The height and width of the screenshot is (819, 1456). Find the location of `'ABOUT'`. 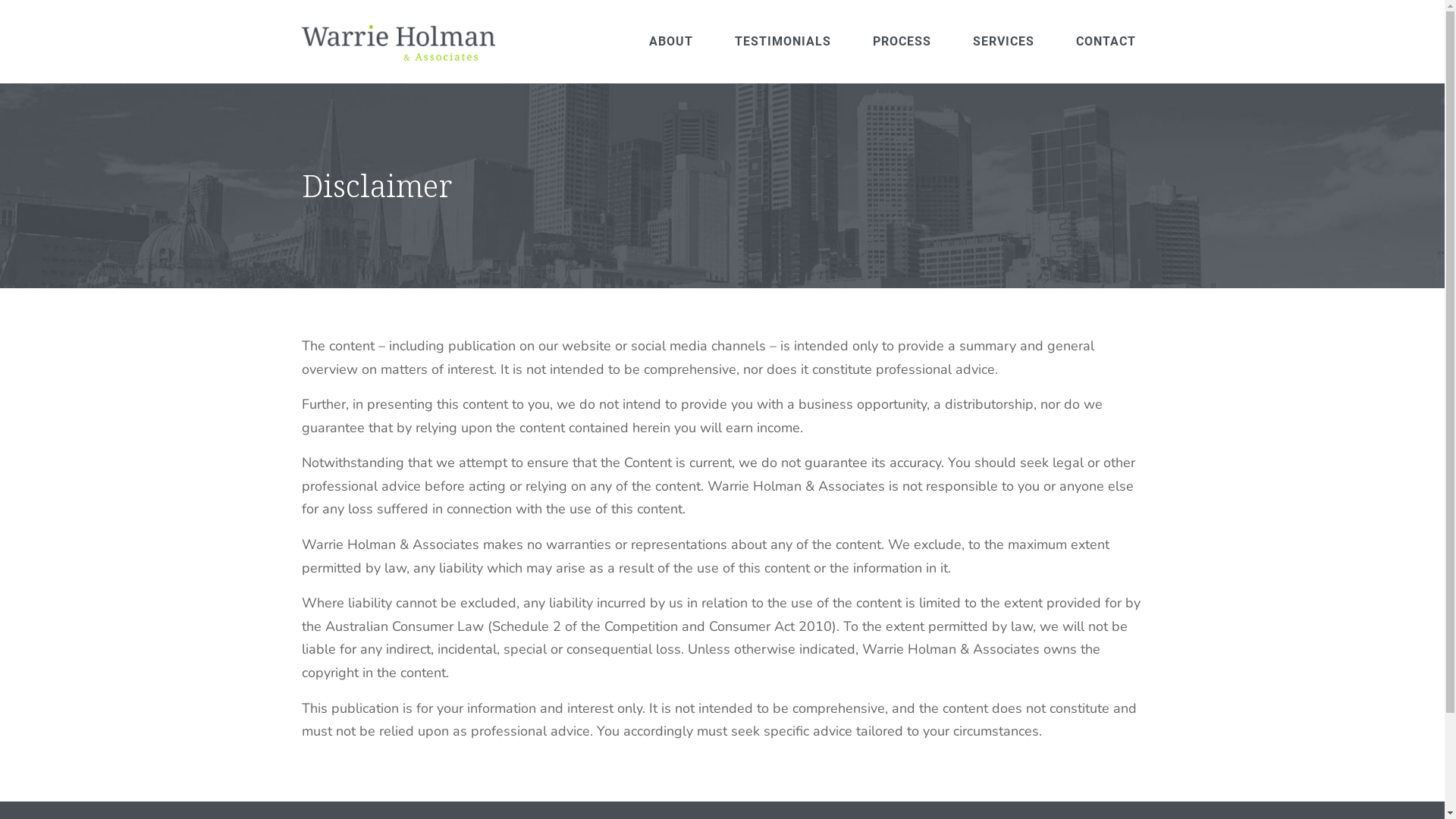

'ABOUT' is located at coordinates (669, 40).